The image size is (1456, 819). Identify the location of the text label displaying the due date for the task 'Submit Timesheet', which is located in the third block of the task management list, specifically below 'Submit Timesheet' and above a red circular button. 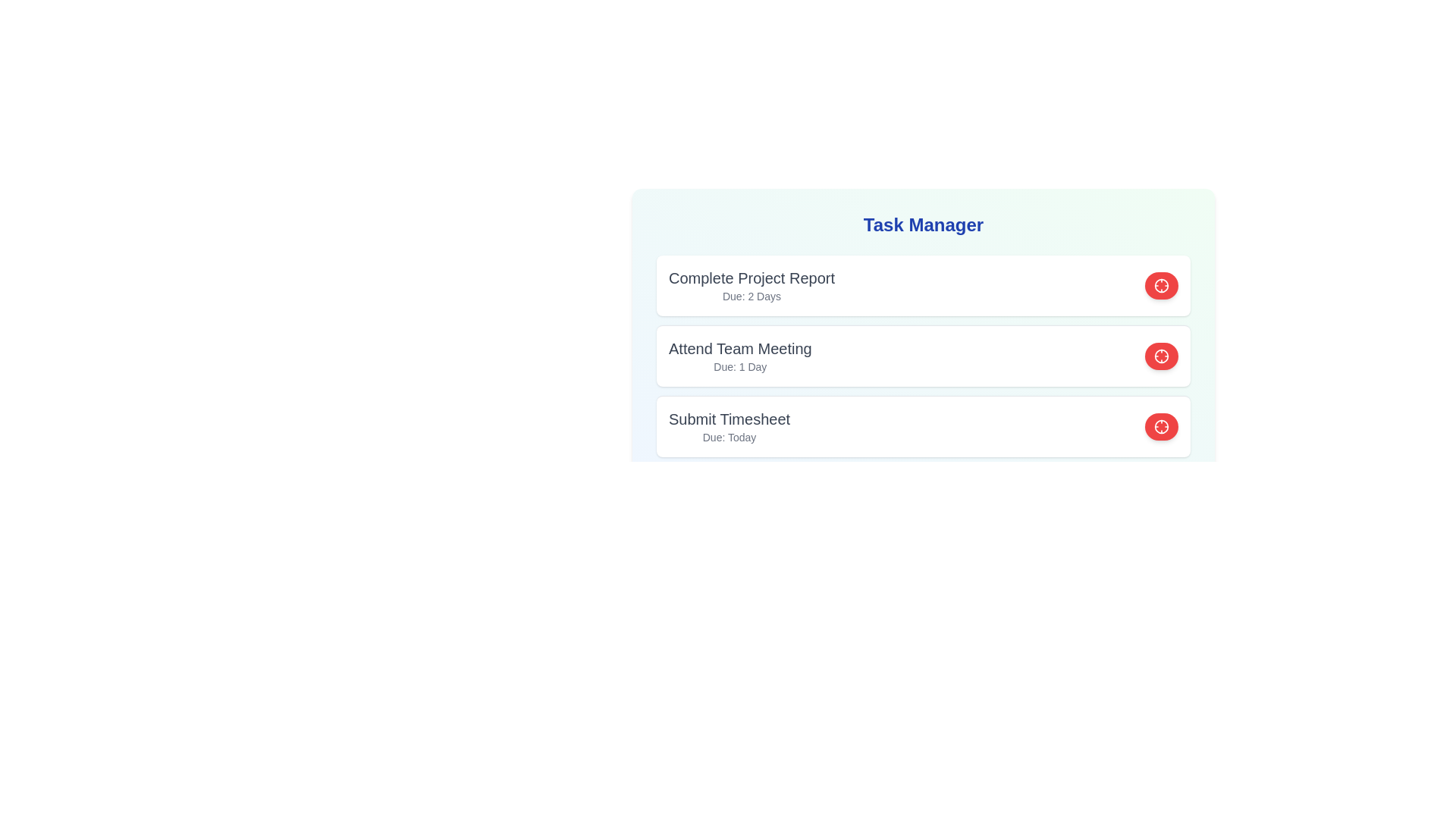
(730, 438).